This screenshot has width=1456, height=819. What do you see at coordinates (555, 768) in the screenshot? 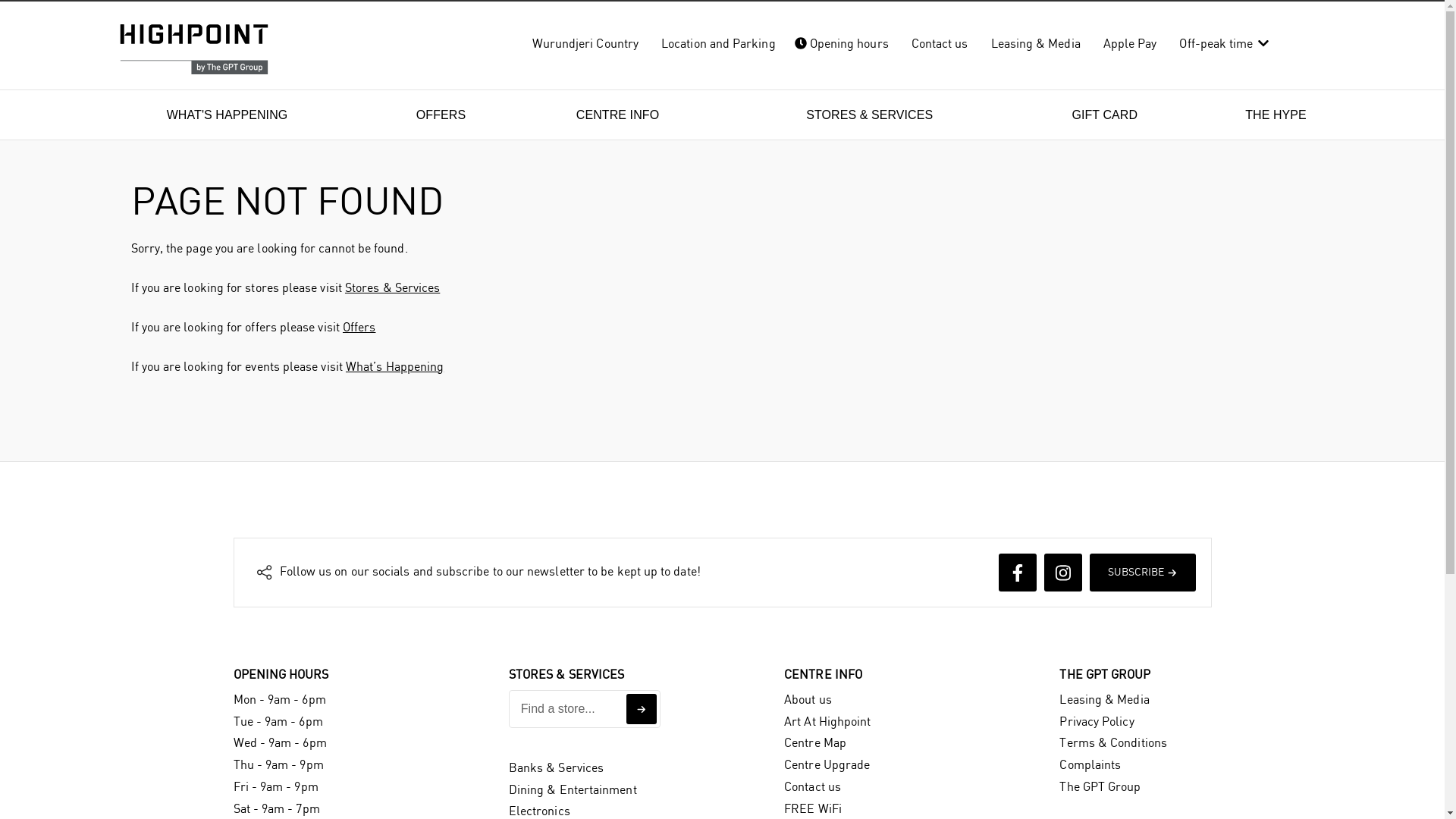
I see `'Banks & Services'` at bounding box center [555, 768].